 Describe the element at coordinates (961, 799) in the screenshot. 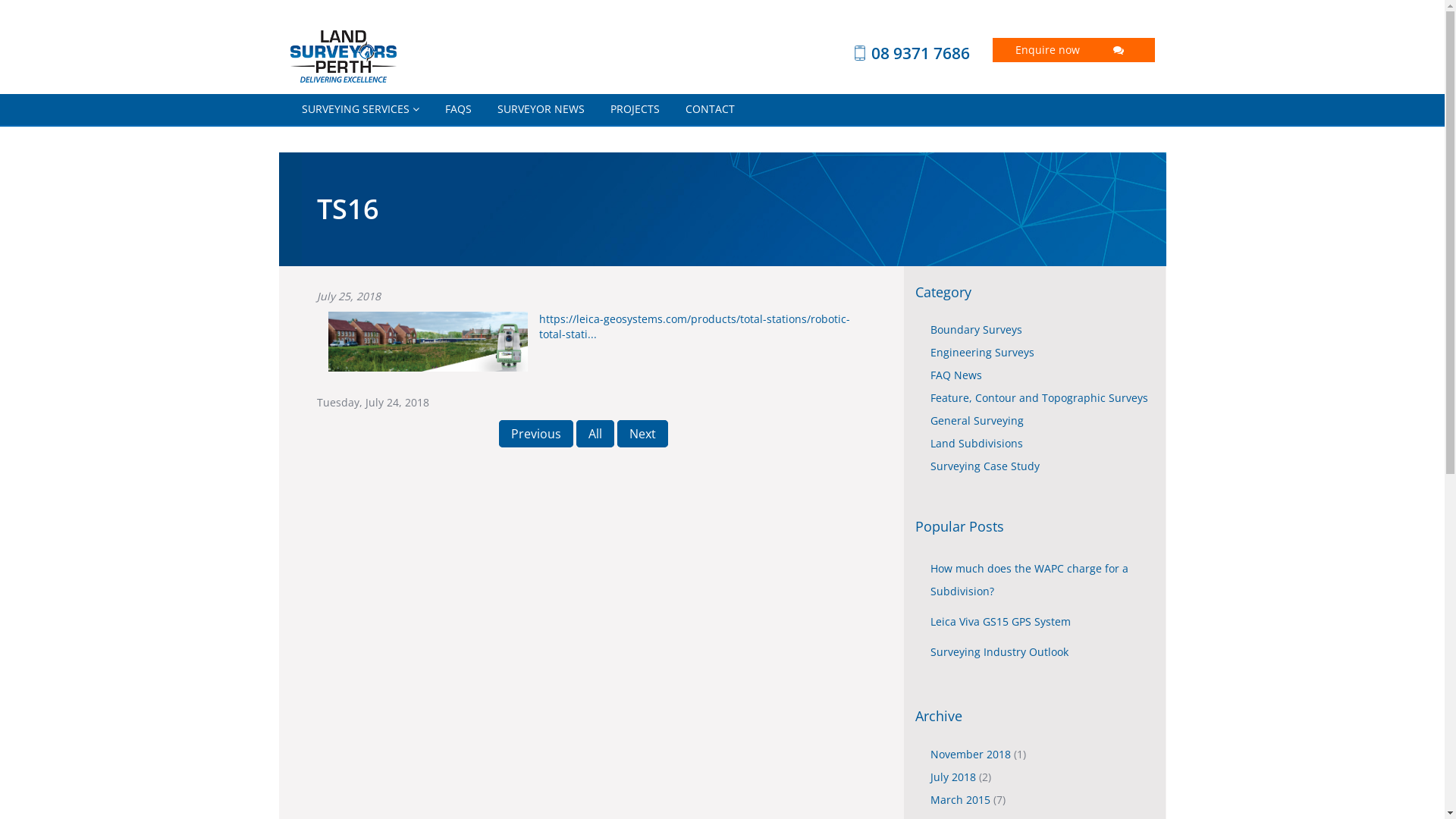

I see `'March 2015'` at that location.